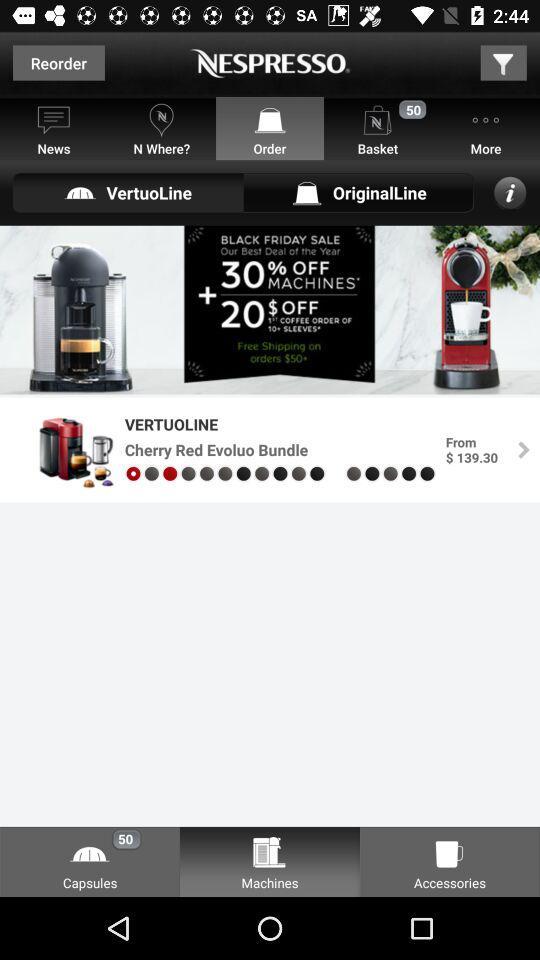 This screenshot has width=540, height=960. I want to click on icon  with i, so click(510, 192).